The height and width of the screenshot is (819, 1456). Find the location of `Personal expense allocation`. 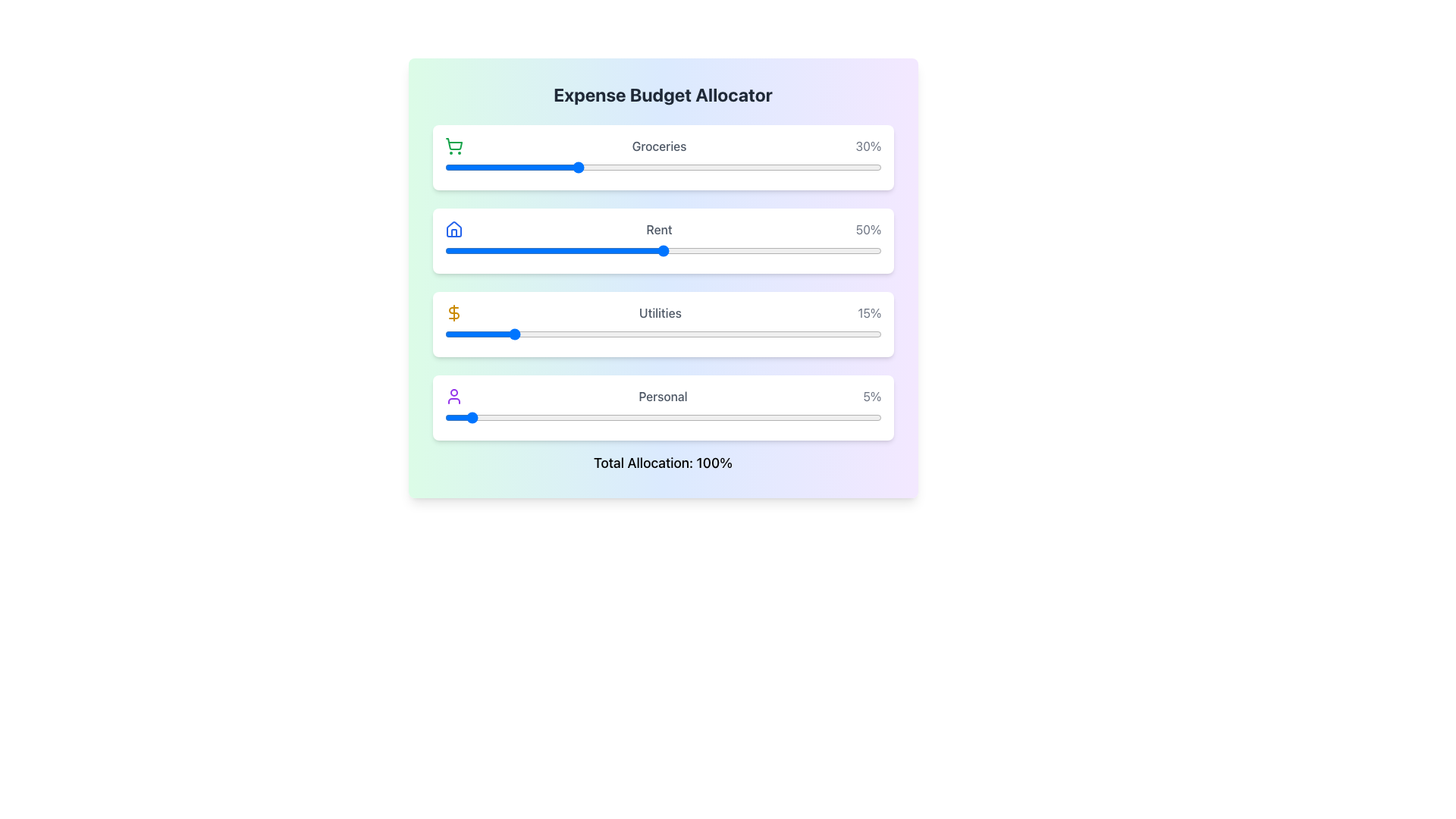

Personal expense allocation is located at coordinates (723, 418).